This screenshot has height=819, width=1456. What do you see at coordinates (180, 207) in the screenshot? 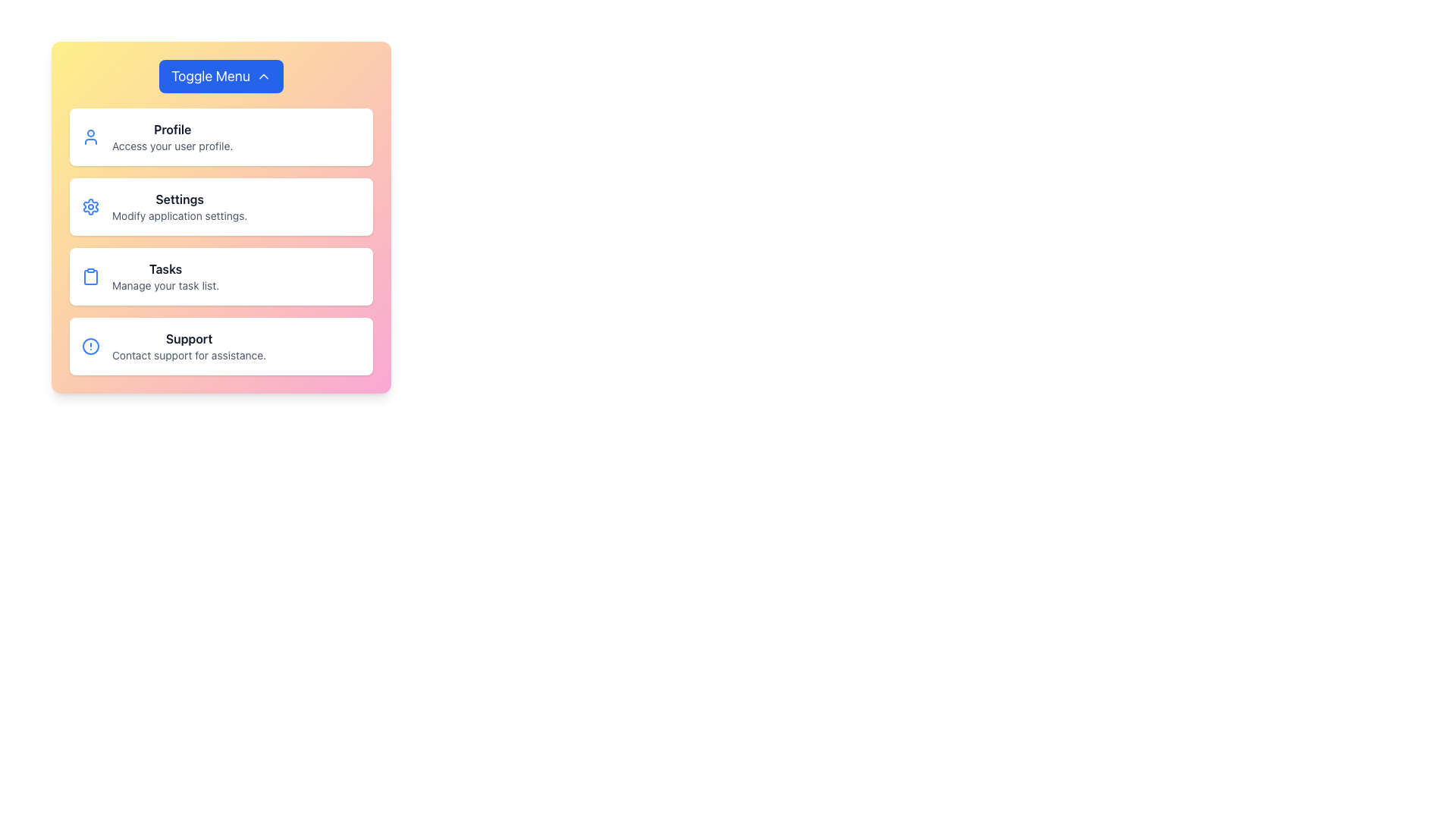
I see `the text block that displays the title and description for modifying application settings, located as the second item in a vertical list, below 'Profile' and above 'Tasks'` at bounding box center [180, 207].